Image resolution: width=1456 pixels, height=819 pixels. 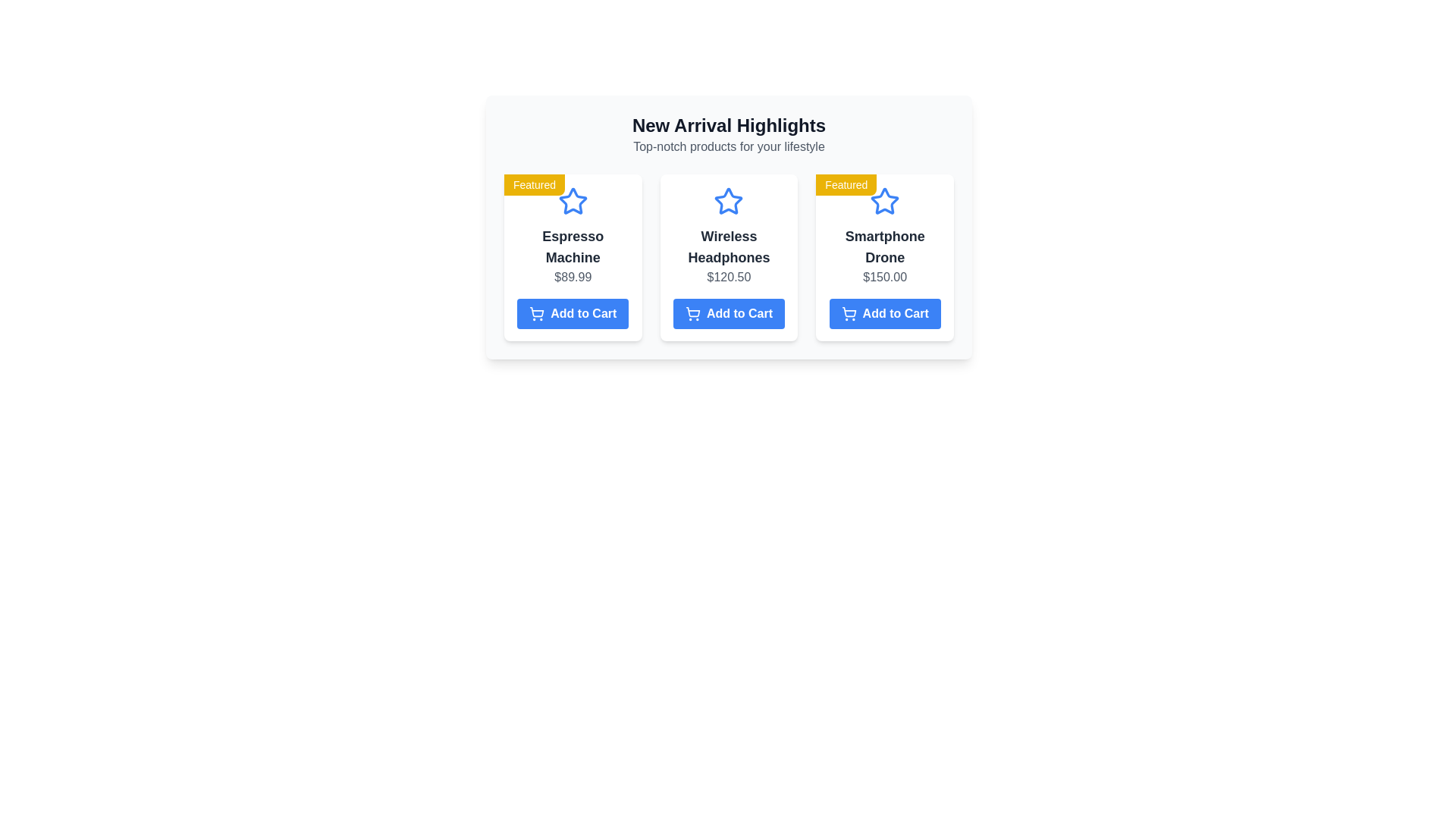 What do you see at coordinates (885, 200) in the screenshot?
I see `the featured product icon in the 'Smartphone Drone' product section` at bounding box center [885, 200].